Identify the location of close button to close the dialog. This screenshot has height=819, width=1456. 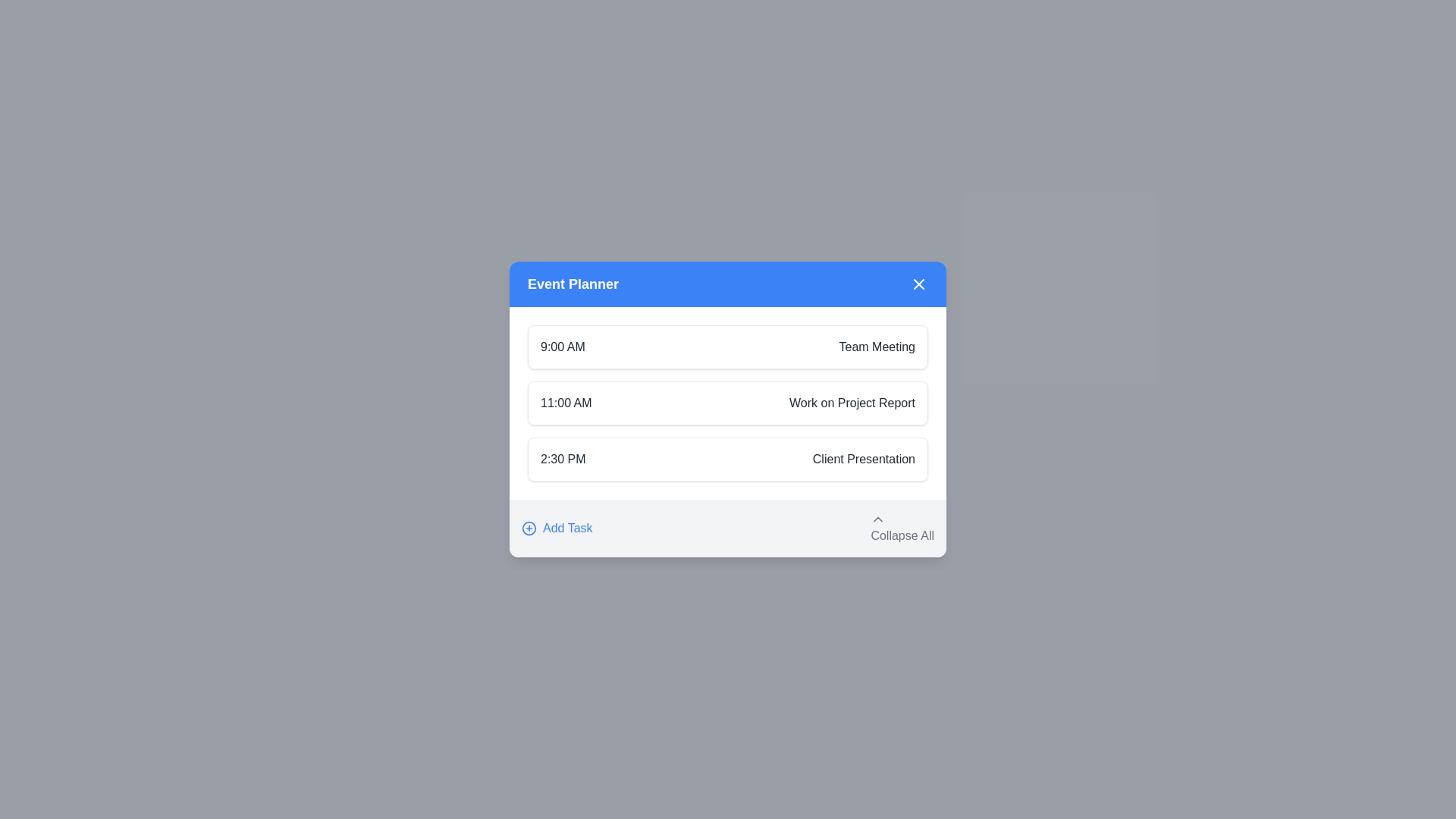
(918, 284).